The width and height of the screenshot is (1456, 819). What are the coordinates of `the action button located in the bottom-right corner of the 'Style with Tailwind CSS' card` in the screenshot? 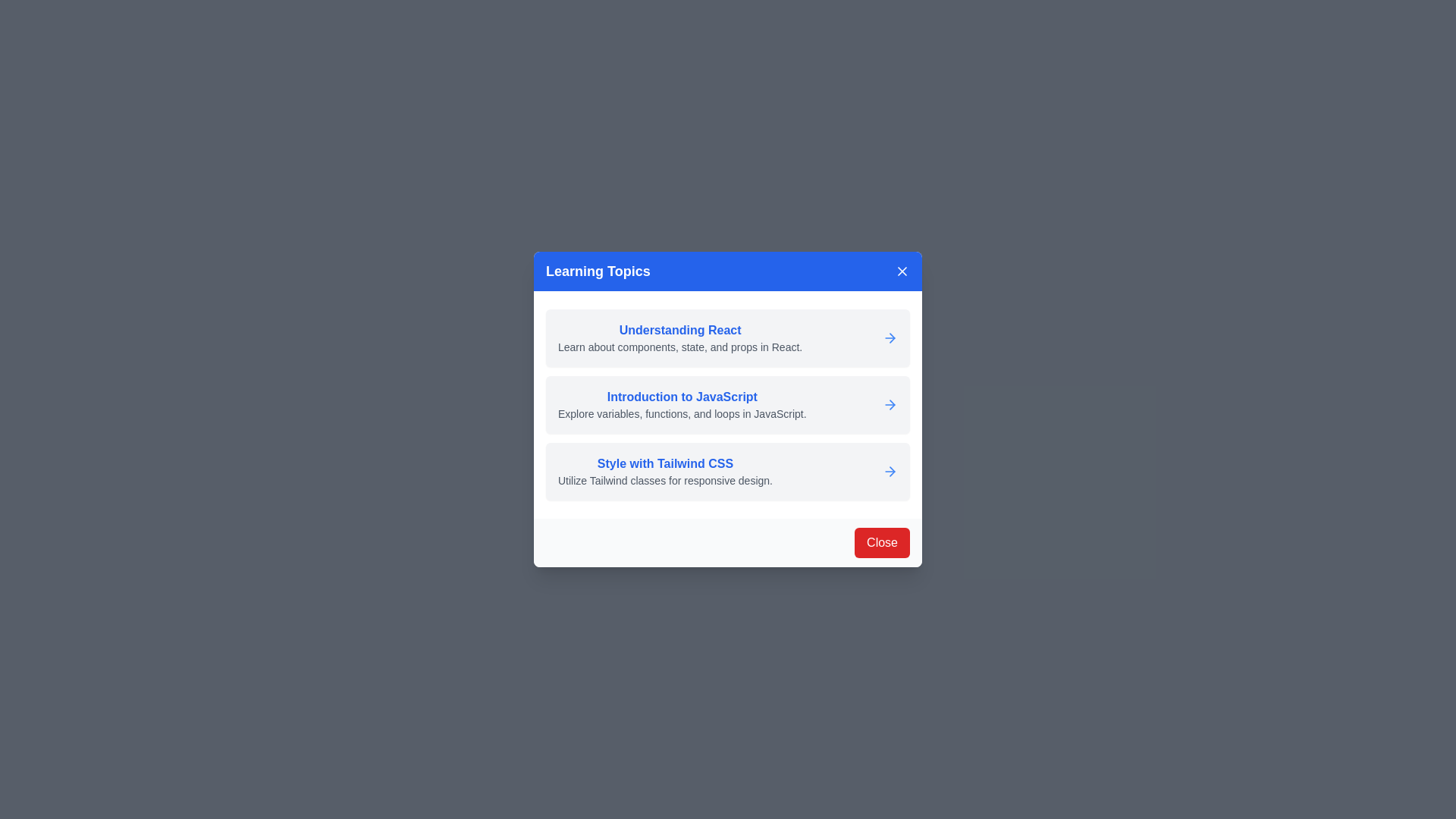 It's located at (890, 470).